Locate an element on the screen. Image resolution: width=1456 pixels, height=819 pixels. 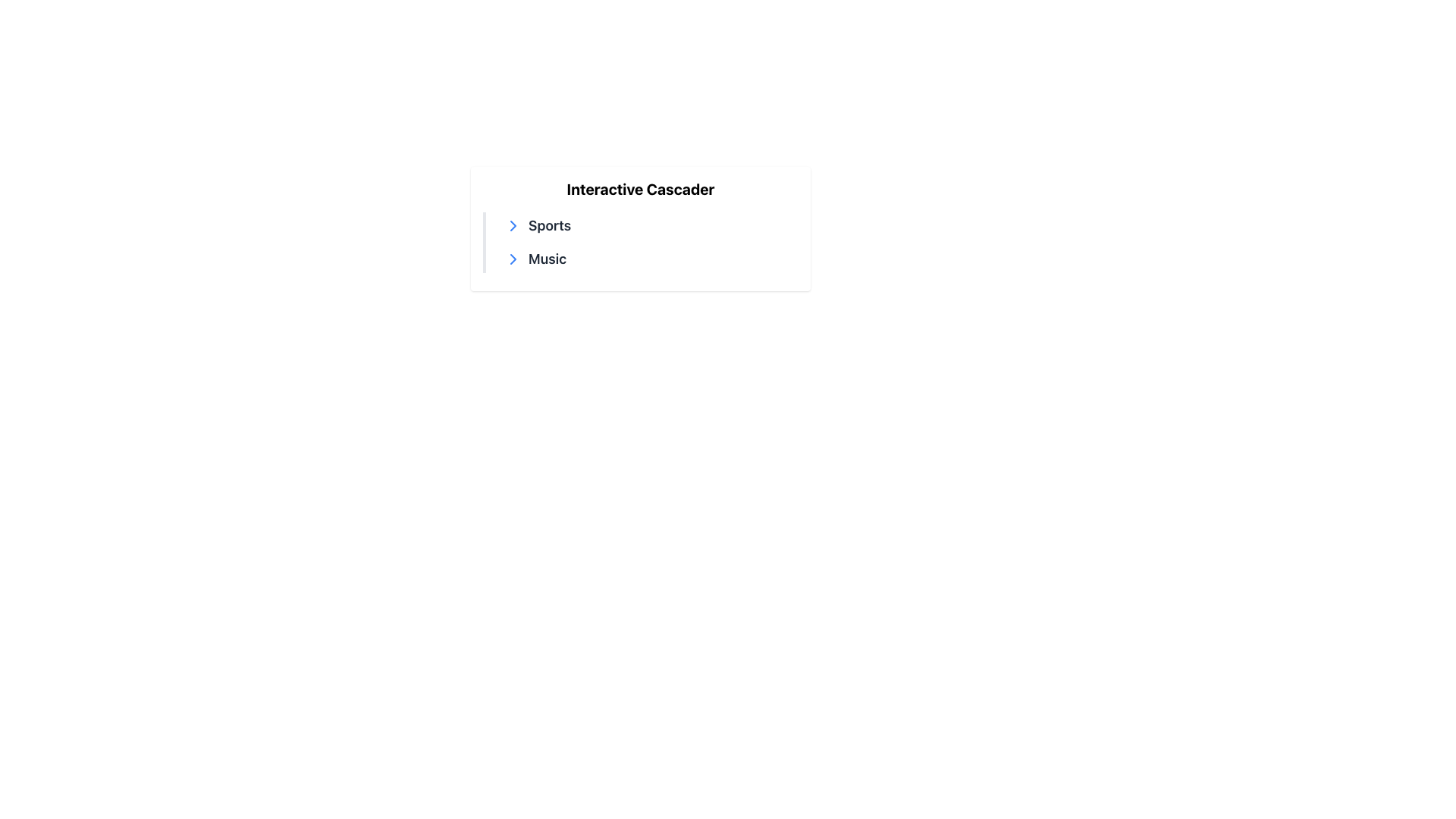
the chevron icon to the left of the 'Sports' text in the interactive cascader is located at coordinates (513, 259).